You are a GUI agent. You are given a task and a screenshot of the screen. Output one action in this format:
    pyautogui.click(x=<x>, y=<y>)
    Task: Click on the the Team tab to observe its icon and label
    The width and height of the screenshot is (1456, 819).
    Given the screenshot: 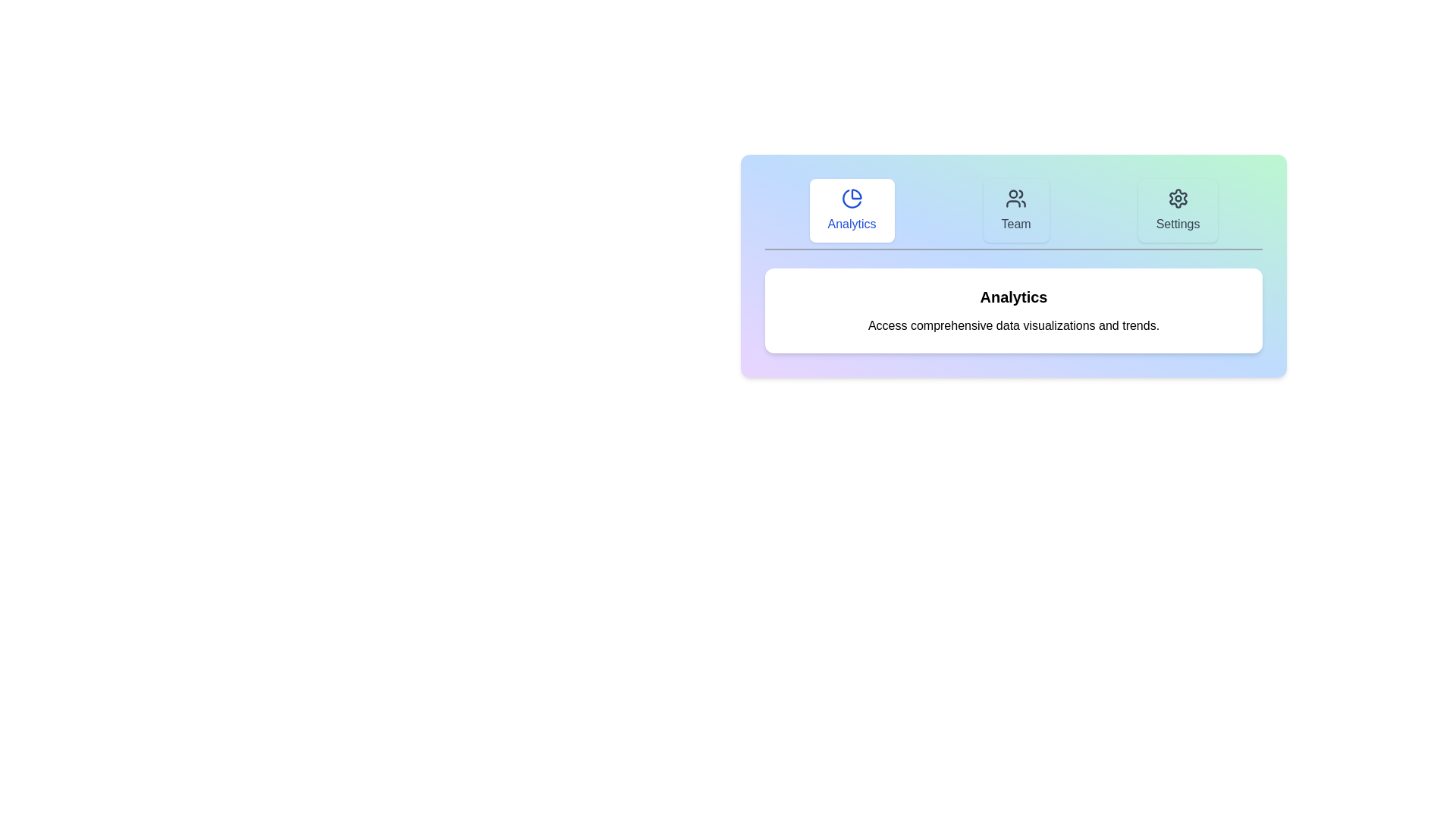 What is the action you would take?
    pyautogui.click(x=1016, y=210)
    